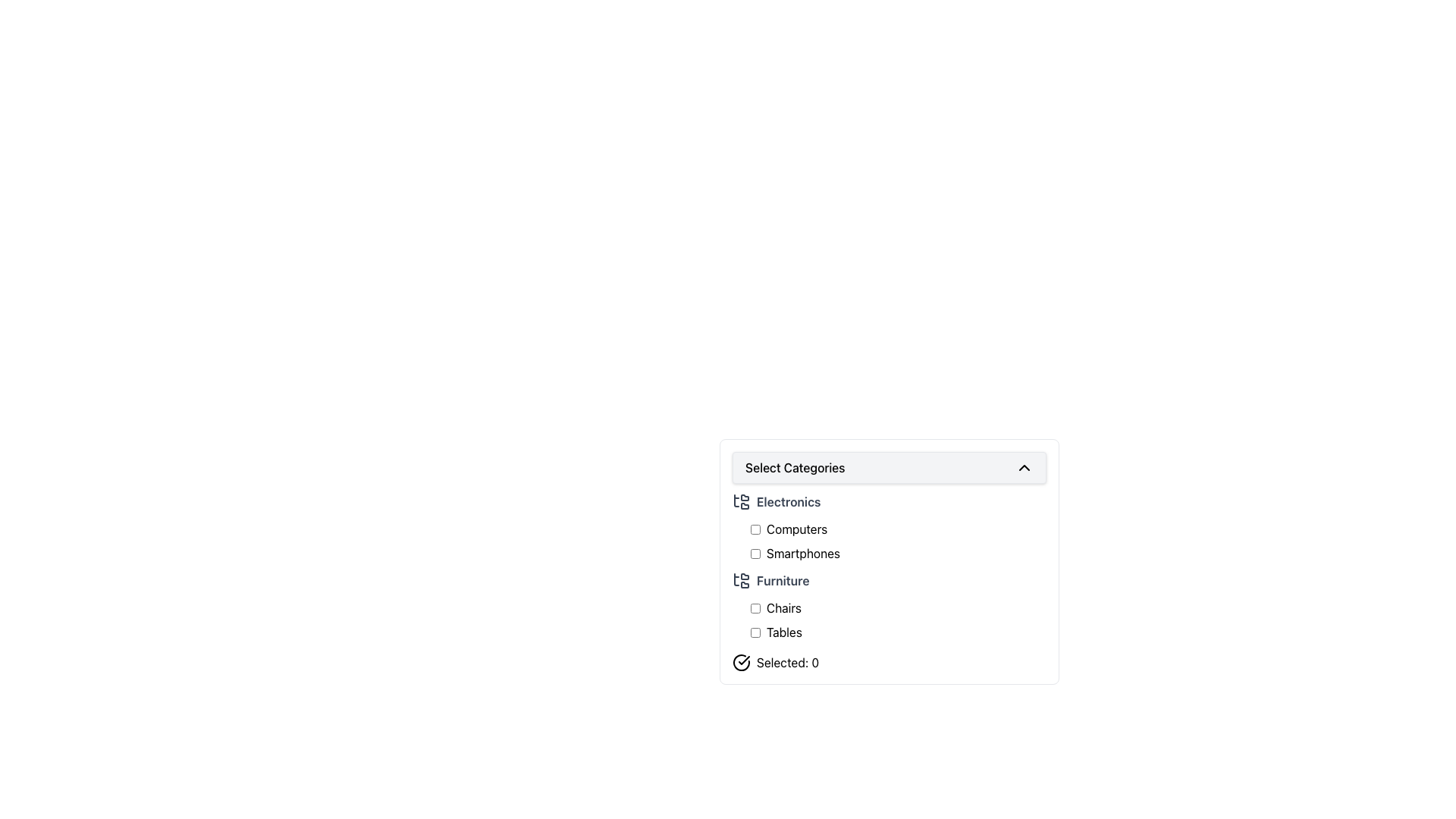 The height and width of the screenshot is (819, 1456). What do you see at coordinates (755, 529) in the screenshot?
I see `the checkbox located to the left of the 'Computers' label in the vertical navigation menu titled 'Select Categories'` at bounding box center [755, 529].